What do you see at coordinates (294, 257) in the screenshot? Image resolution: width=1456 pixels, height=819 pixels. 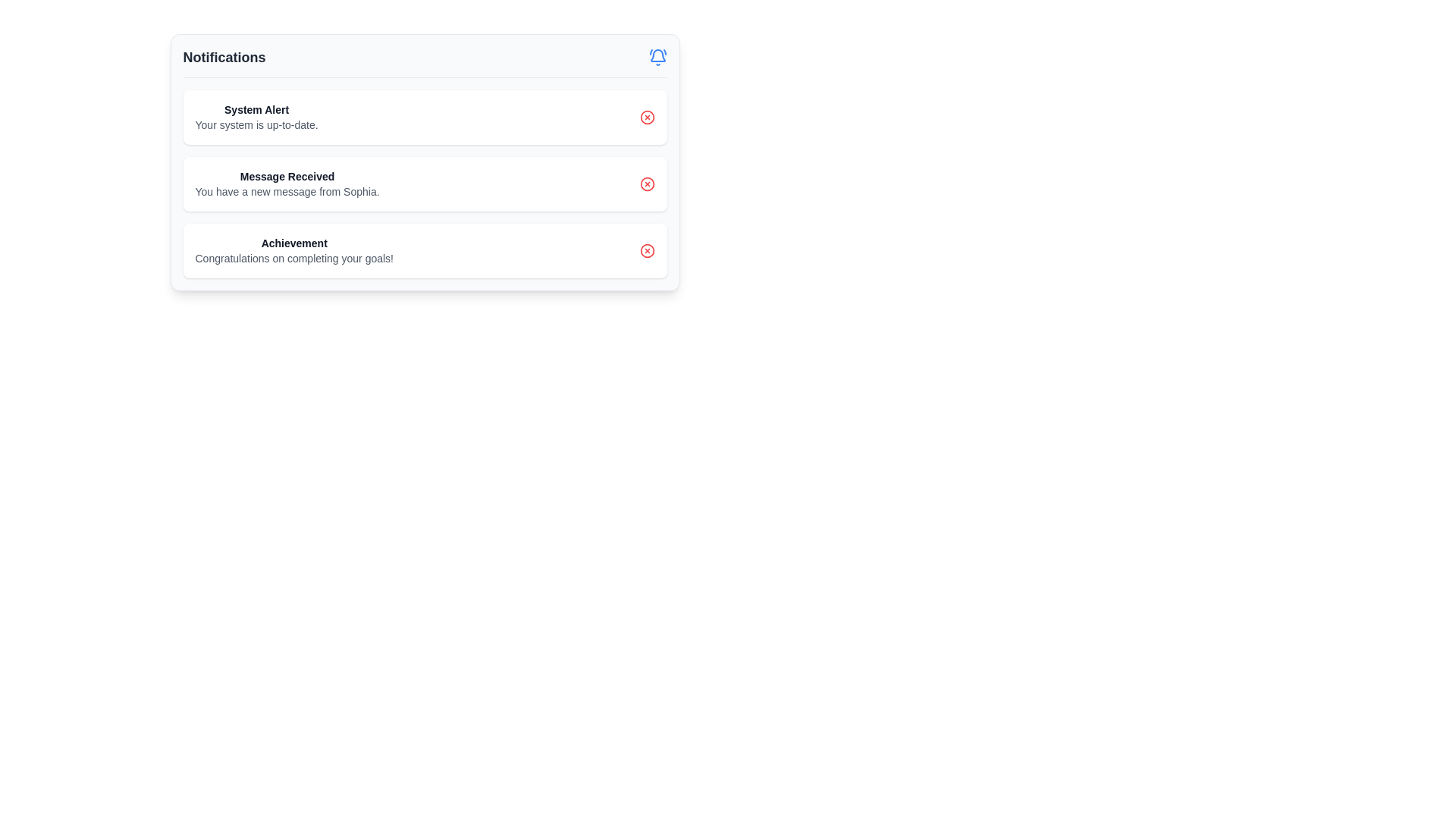 I see `the Text Label displaying the congratulatory message below the 'Achievement' notification heading` at bounding box center [294, 257].